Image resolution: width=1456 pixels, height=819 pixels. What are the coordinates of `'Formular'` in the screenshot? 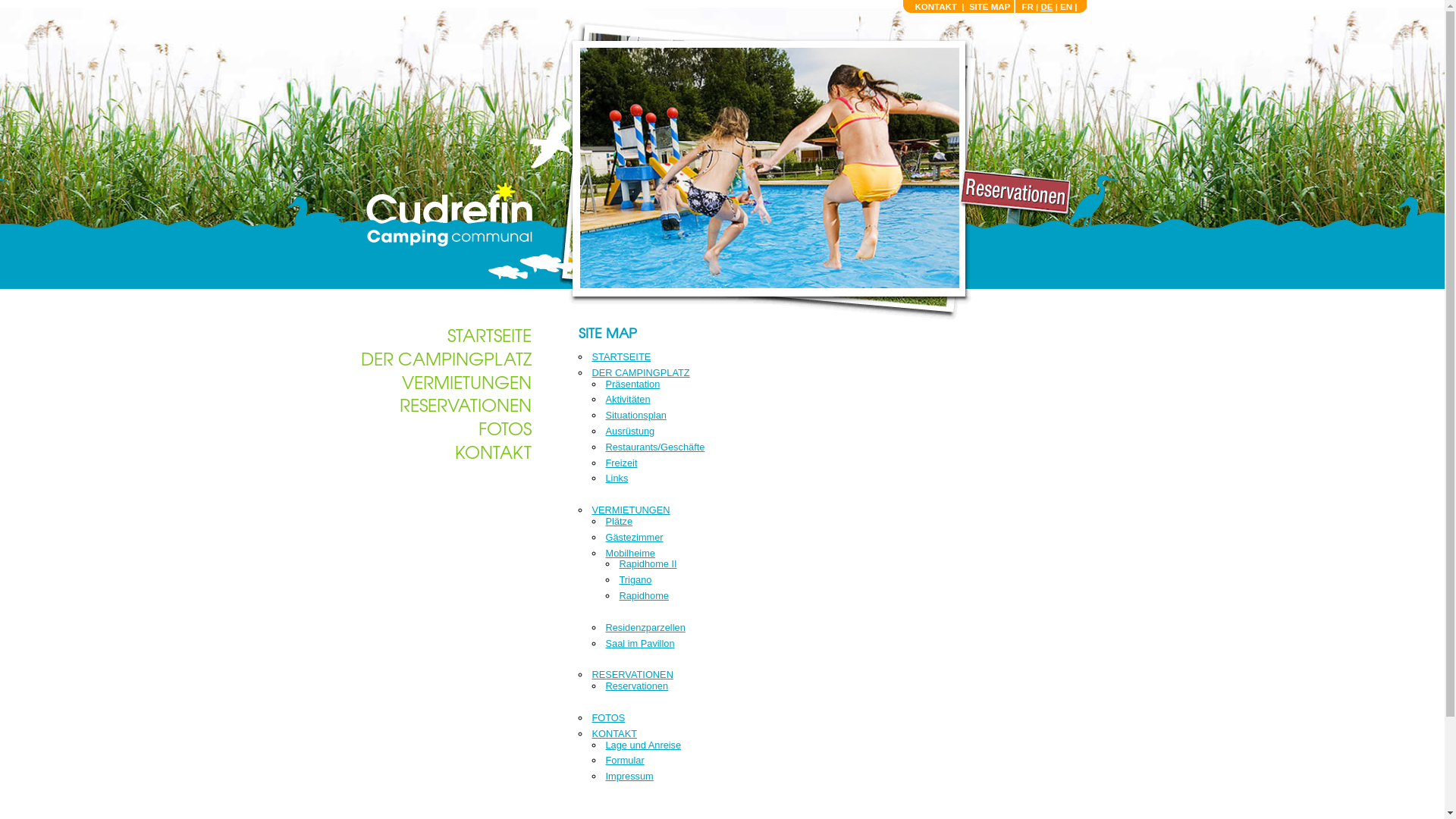 It's located at (624, 760).